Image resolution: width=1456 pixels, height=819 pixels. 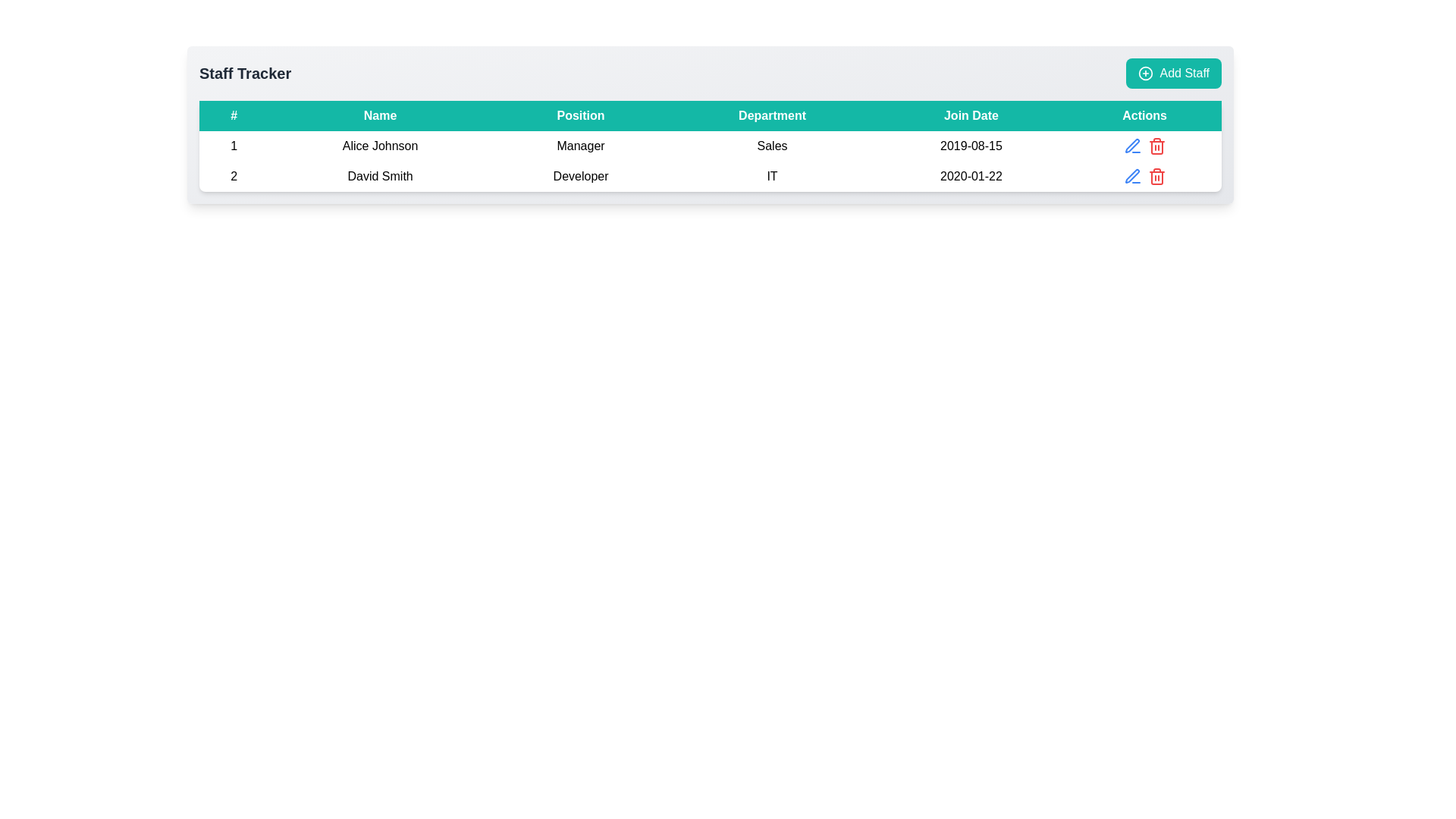 I want to click on the read-only text element displaying the joining date of the staff member in the first row of the data table, located under the 'Join Date' header, so click(x=971, y=146).